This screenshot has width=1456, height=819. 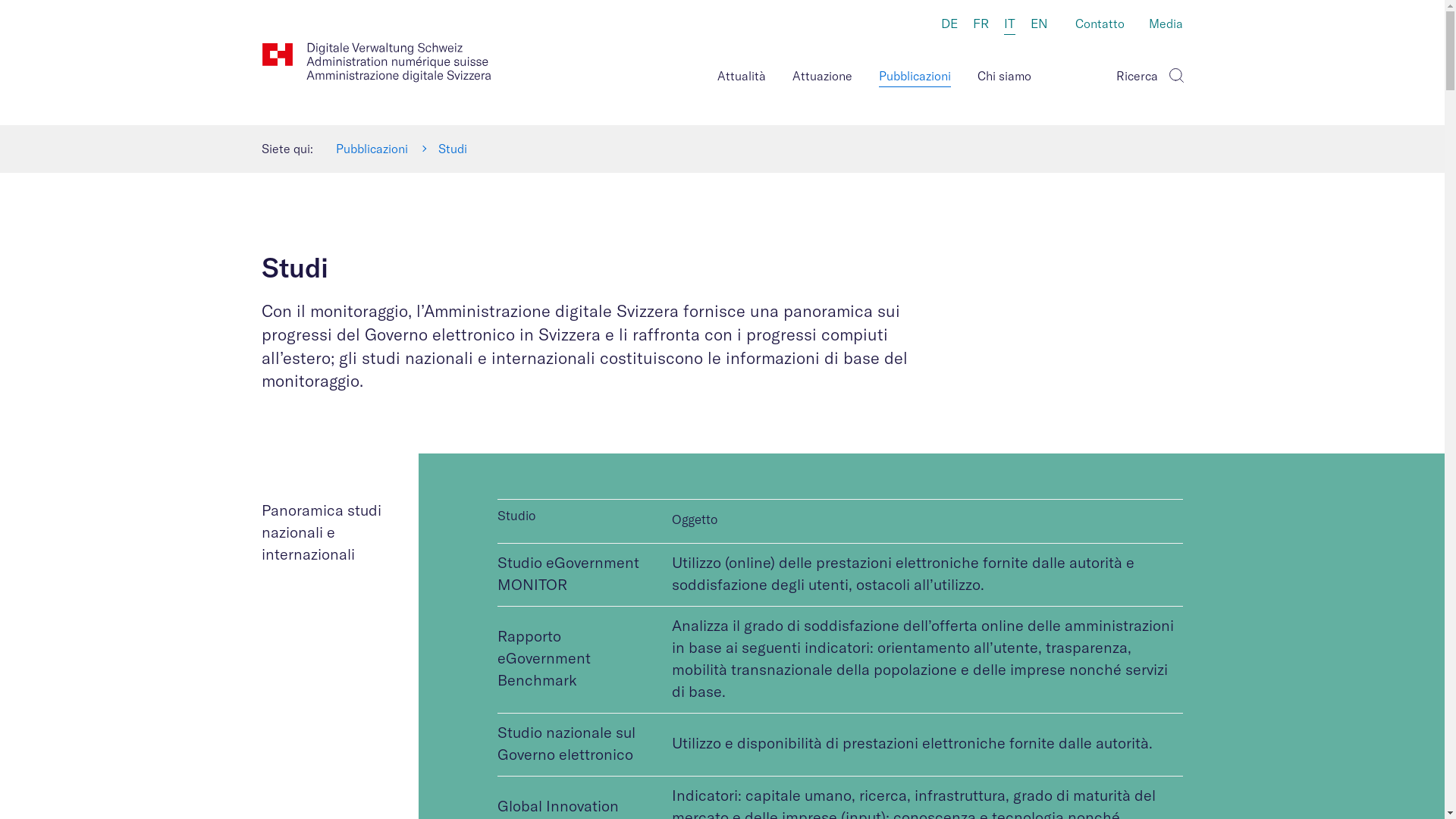 What do you see at coordinates (371, 149) in the screenshot?
I see `'Pubblicazioni'` at bounding box center [371, 149].